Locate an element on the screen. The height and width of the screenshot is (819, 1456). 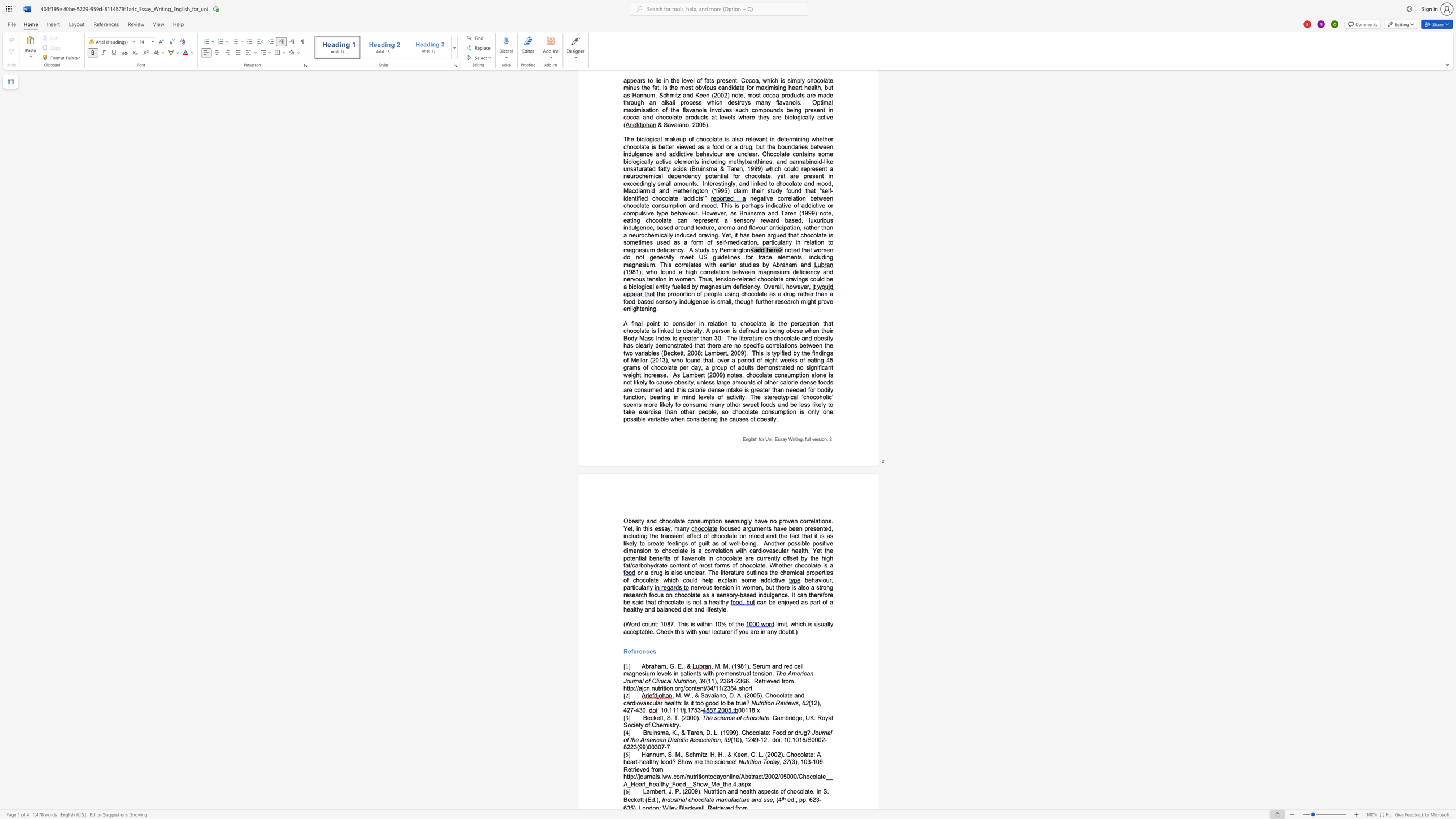
the subset text "English for Uni," within the text "English for Uni, Essay Writing, full version," is located at coordinates (742, 439).